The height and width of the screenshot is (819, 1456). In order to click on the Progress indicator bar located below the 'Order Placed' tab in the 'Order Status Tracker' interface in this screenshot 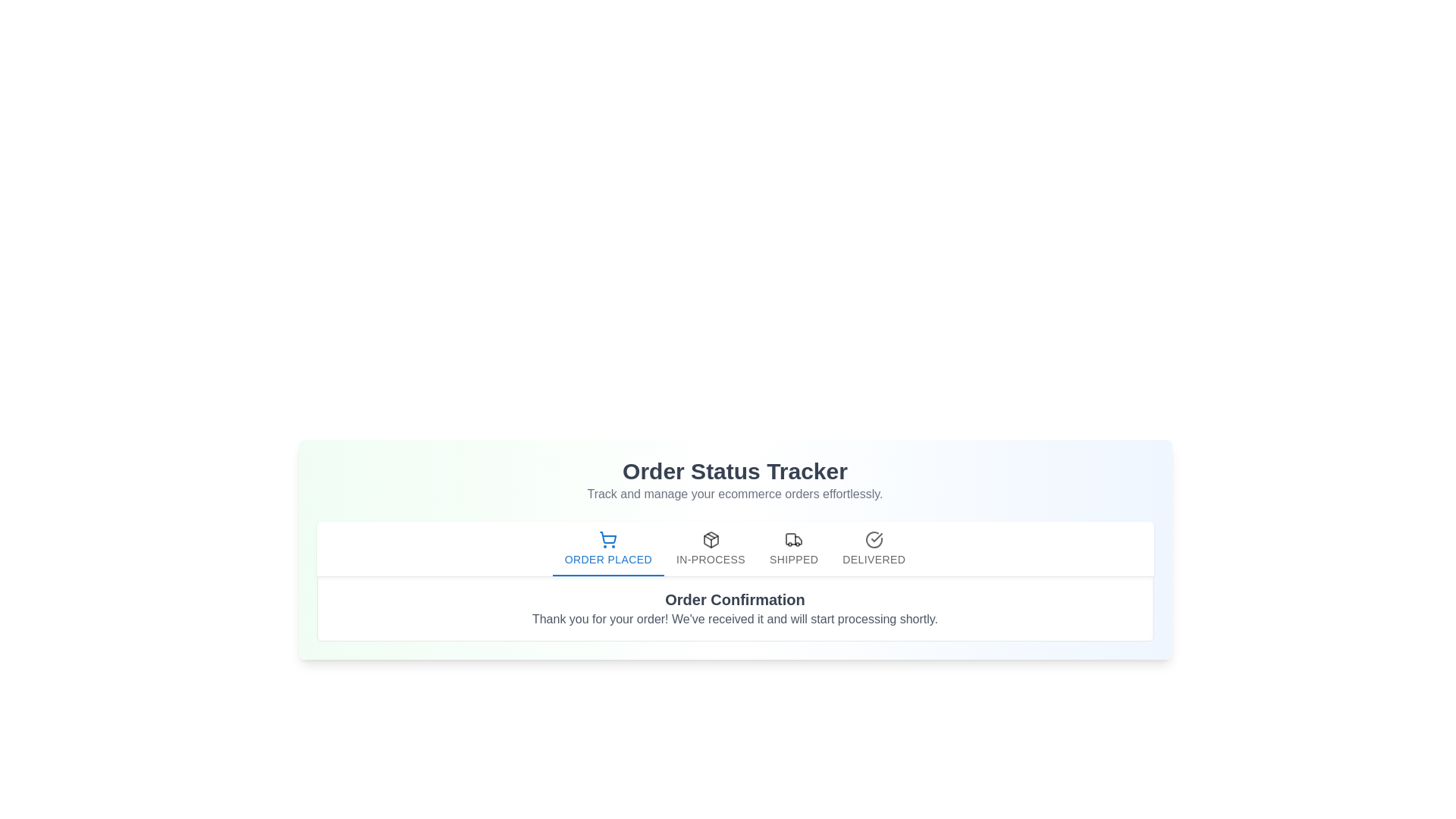, I will do `click(608, 576)`.